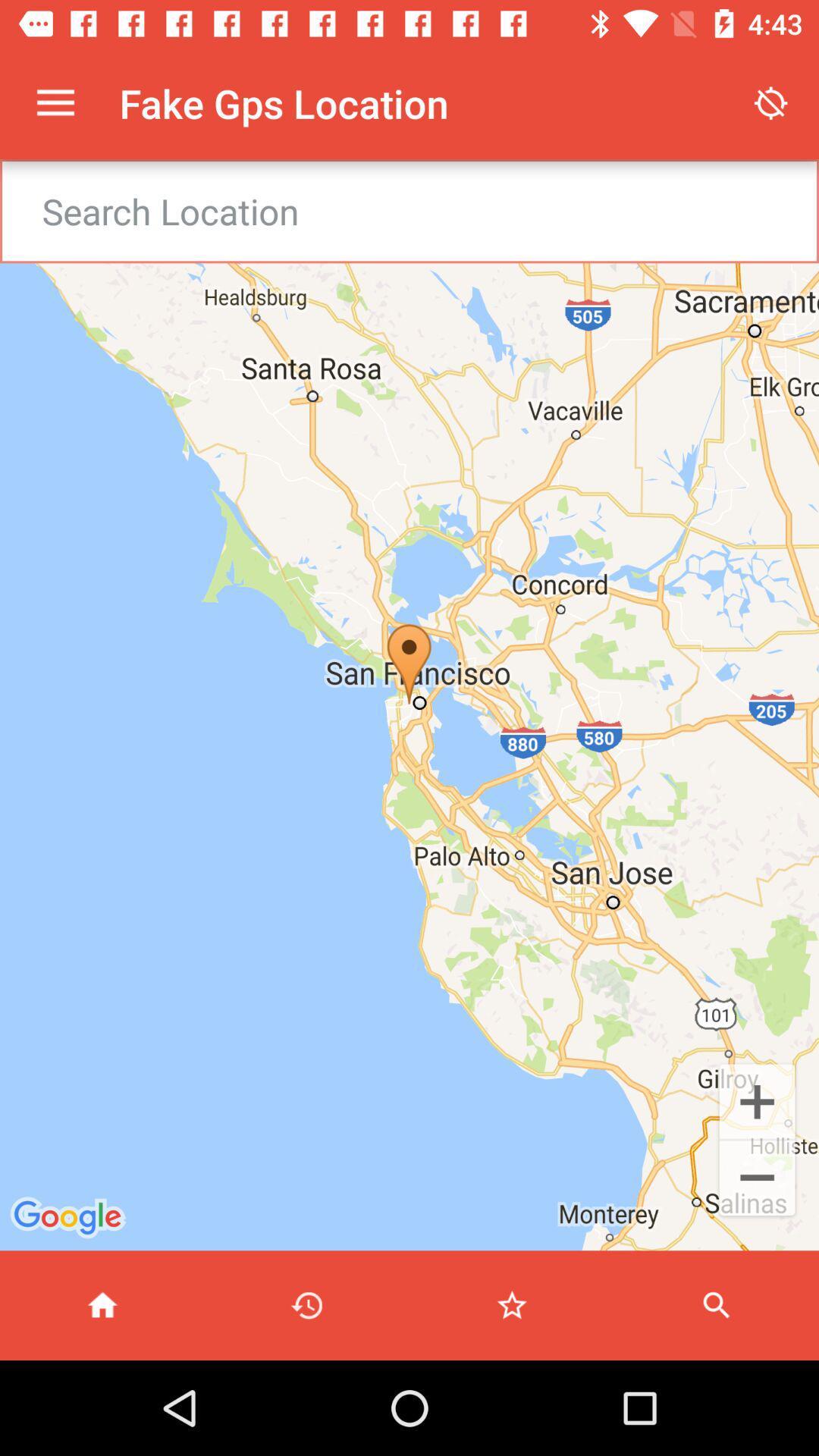 The image size is (819, 1456). What do you see at coordinates (102, 1304) in the screenshot?
I see `home screen` at bounding box center [102, 1304].